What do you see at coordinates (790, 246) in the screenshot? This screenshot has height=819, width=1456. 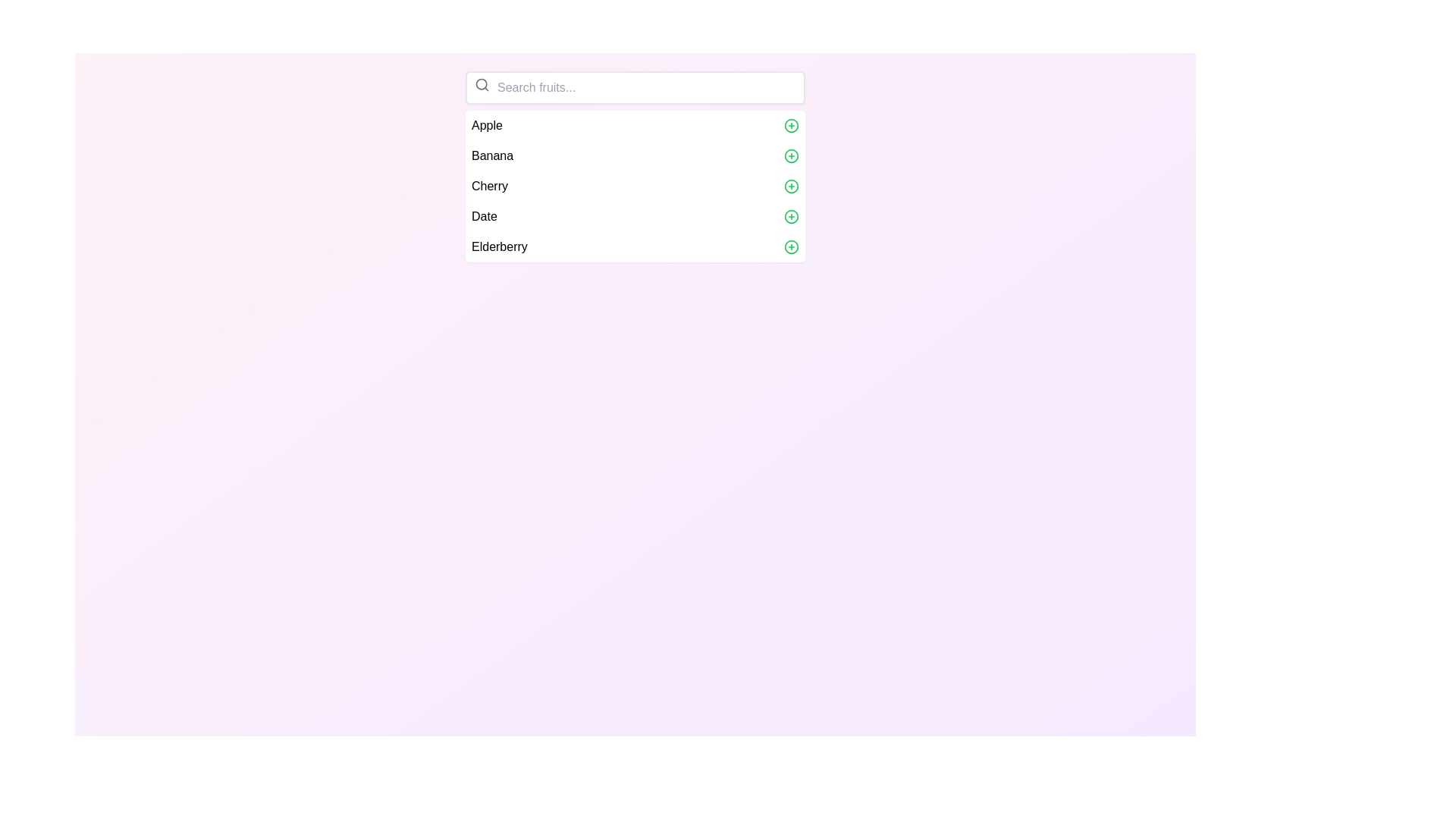 I see `the circular button or icon located to the right of the text 'Elderberry' in the fifth row` at bounding box center [790, 246].